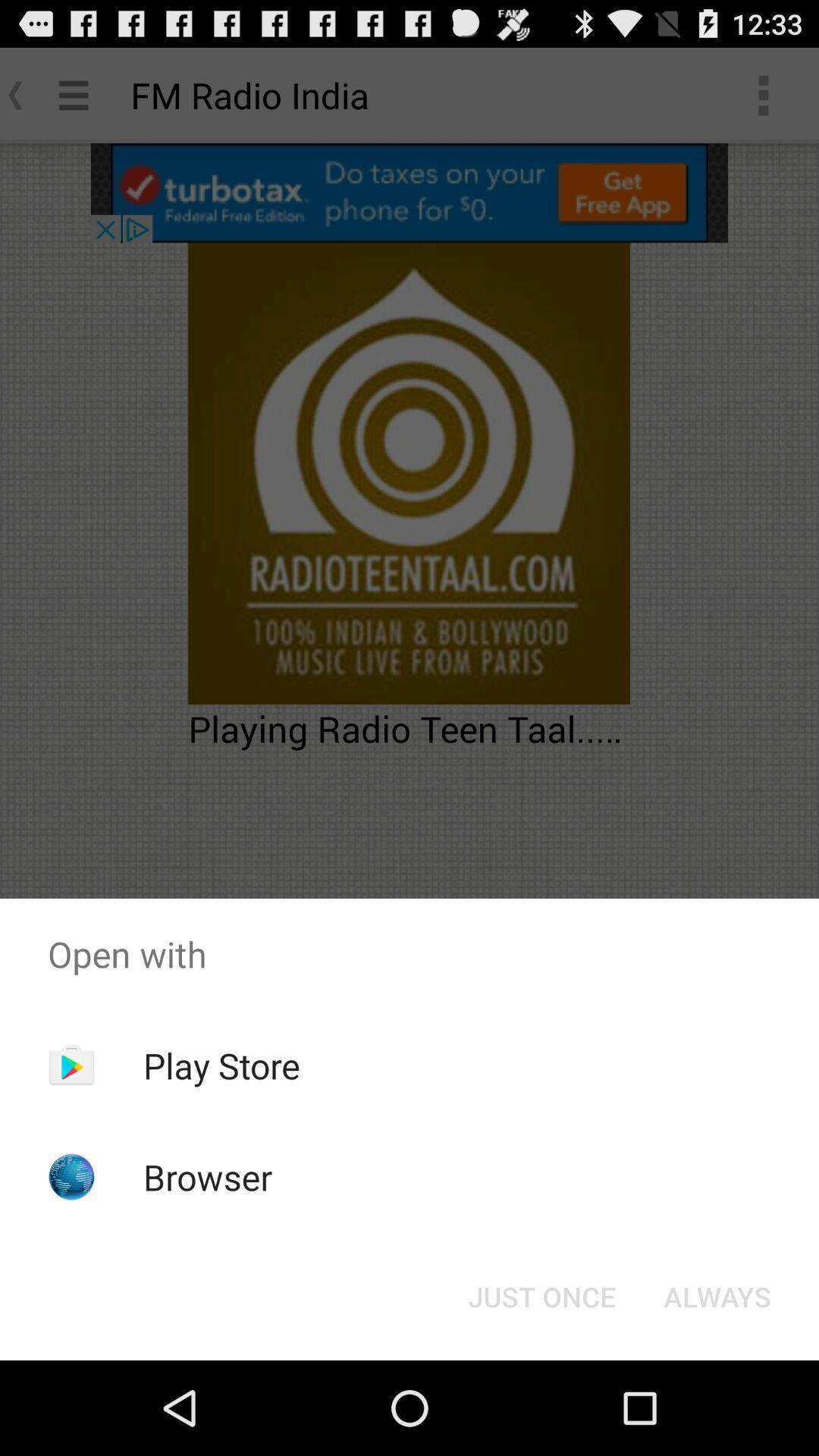  Describe the element at coordinates (541, 1295) in the screenshot. I see `just once icon` at that location.